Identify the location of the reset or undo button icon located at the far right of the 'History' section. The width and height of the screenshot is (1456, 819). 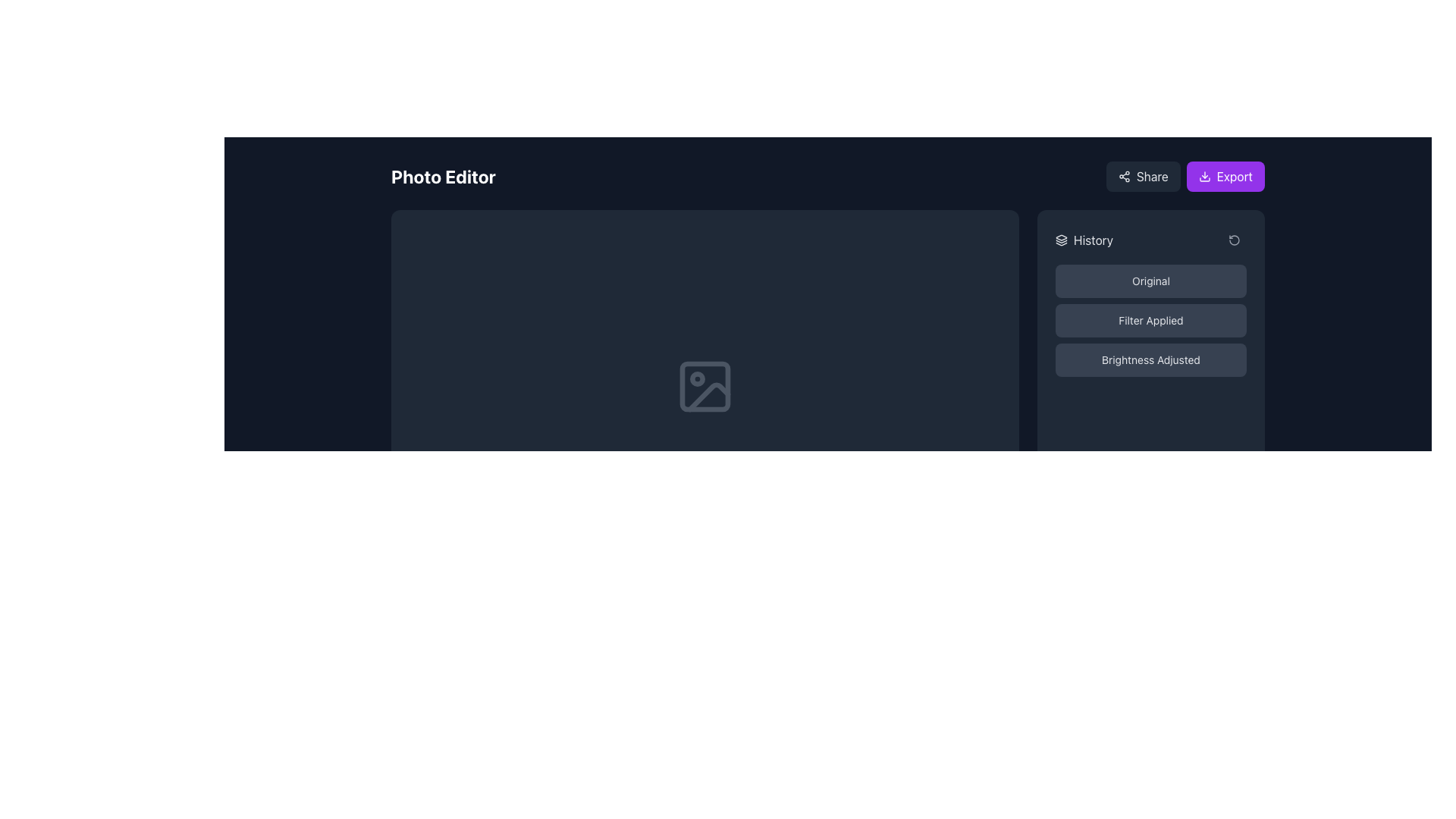
(1234, 239).